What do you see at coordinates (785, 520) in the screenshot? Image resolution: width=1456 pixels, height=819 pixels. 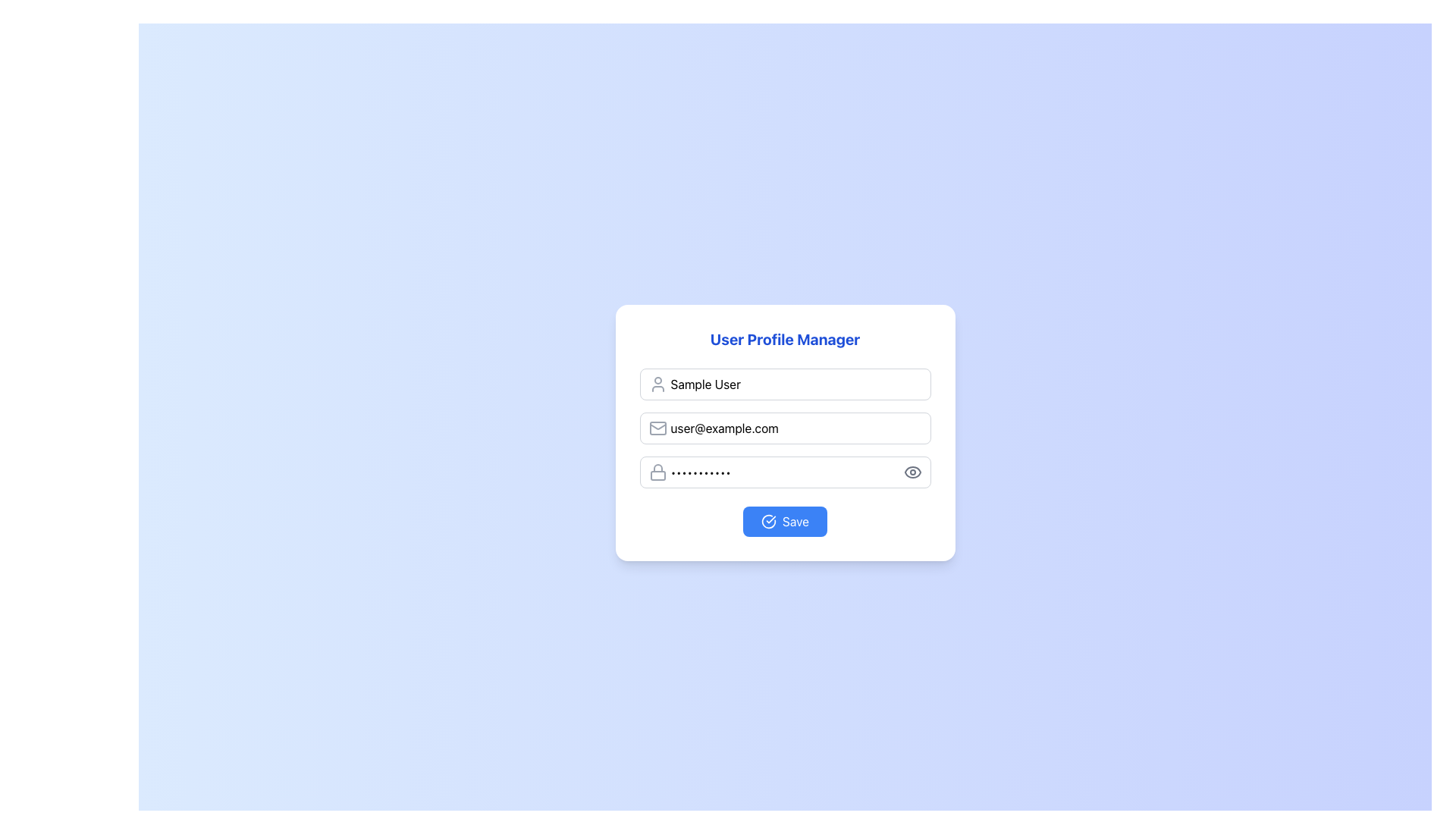 I see `the 'Save' button with a blue background and white text, located at the bottom of the 'User Profile Manager' modal` at bounding box center [785, 520].